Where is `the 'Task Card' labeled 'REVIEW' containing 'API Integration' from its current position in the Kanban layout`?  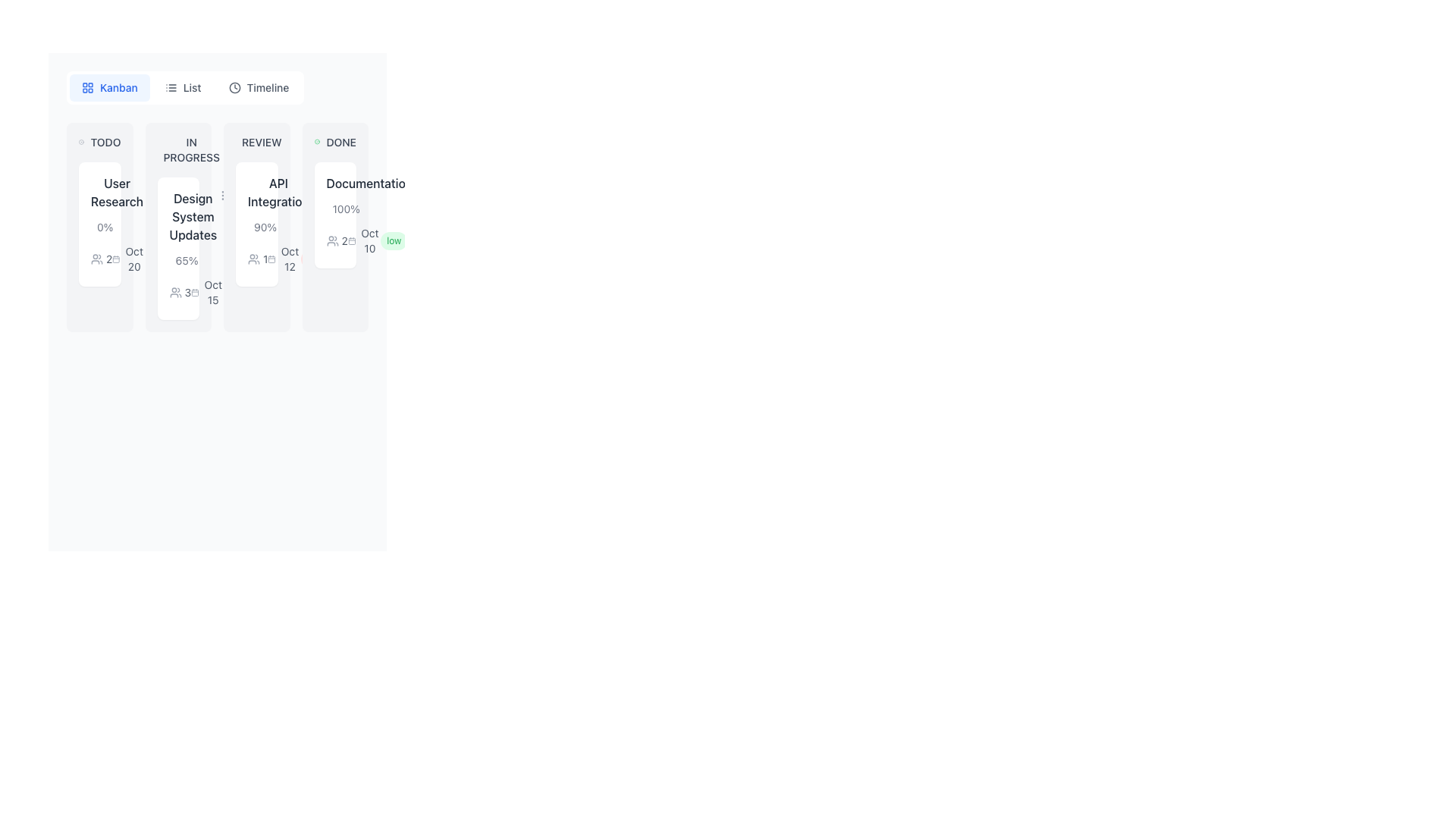
the 'Task Card' labeled 'REVIEW' containing 'API Integration' from its current position in the Kanban layout is located at coordinates (256, 227).